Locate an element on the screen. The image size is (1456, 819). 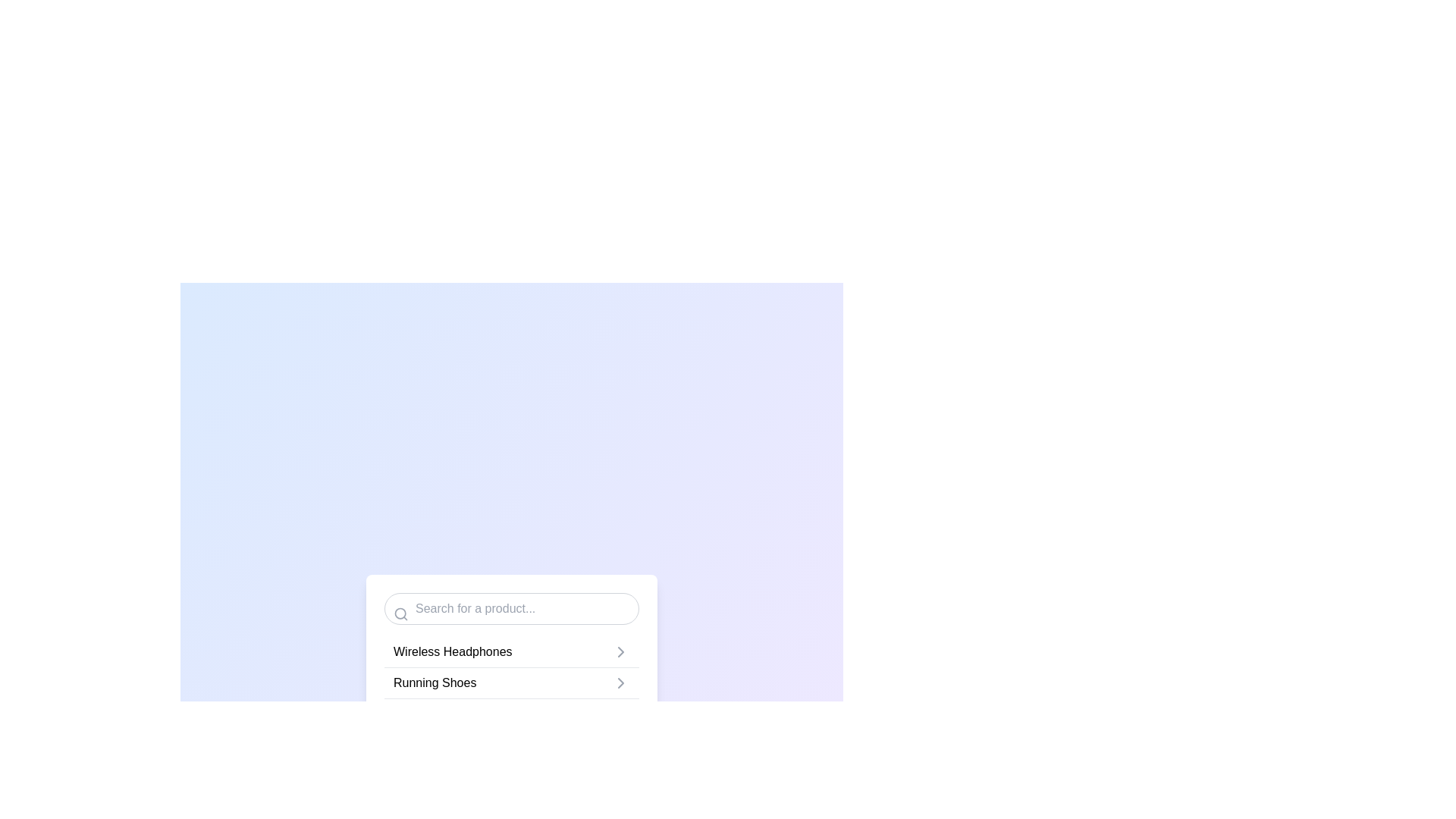
the navigation icon for 'Wireless Headphones' is located at coordinates (621, 651).